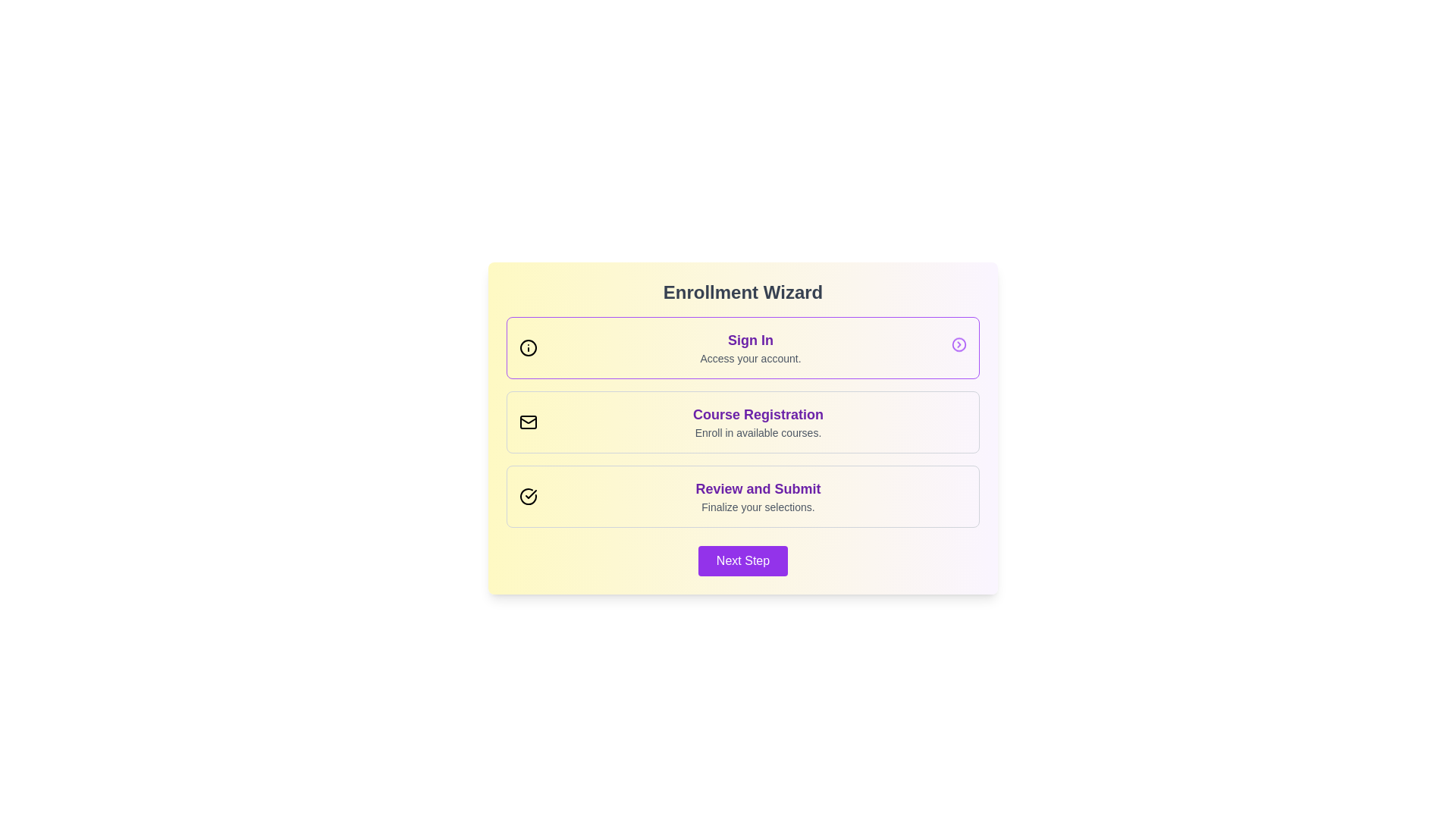 The width and height of the screenshot is (1456, 819). Describe the element at coordinates (742, 497) in the screenshot. I see `the third item in the vertically arranged list of options within the 'Enrollment Wizard' section` at that location.